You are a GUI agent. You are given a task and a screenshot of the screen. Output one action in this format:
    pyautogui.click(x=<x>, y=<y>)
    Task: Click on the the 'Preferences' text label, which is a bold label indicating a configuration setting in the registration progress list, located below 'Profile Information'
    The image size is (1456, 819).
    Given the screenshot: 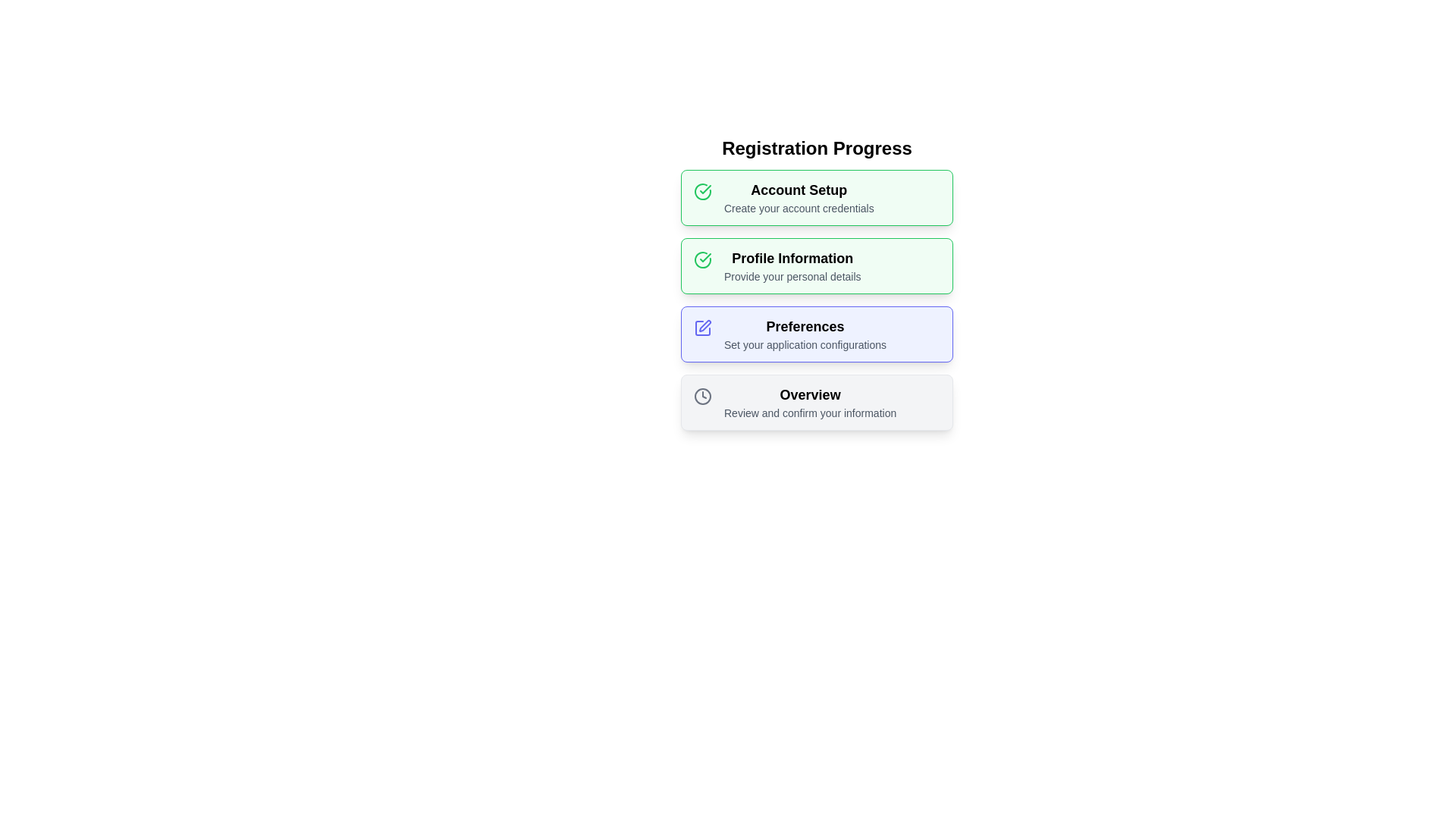 What is the action you would take?
    pyautogui.click(x=804, y=326)
    